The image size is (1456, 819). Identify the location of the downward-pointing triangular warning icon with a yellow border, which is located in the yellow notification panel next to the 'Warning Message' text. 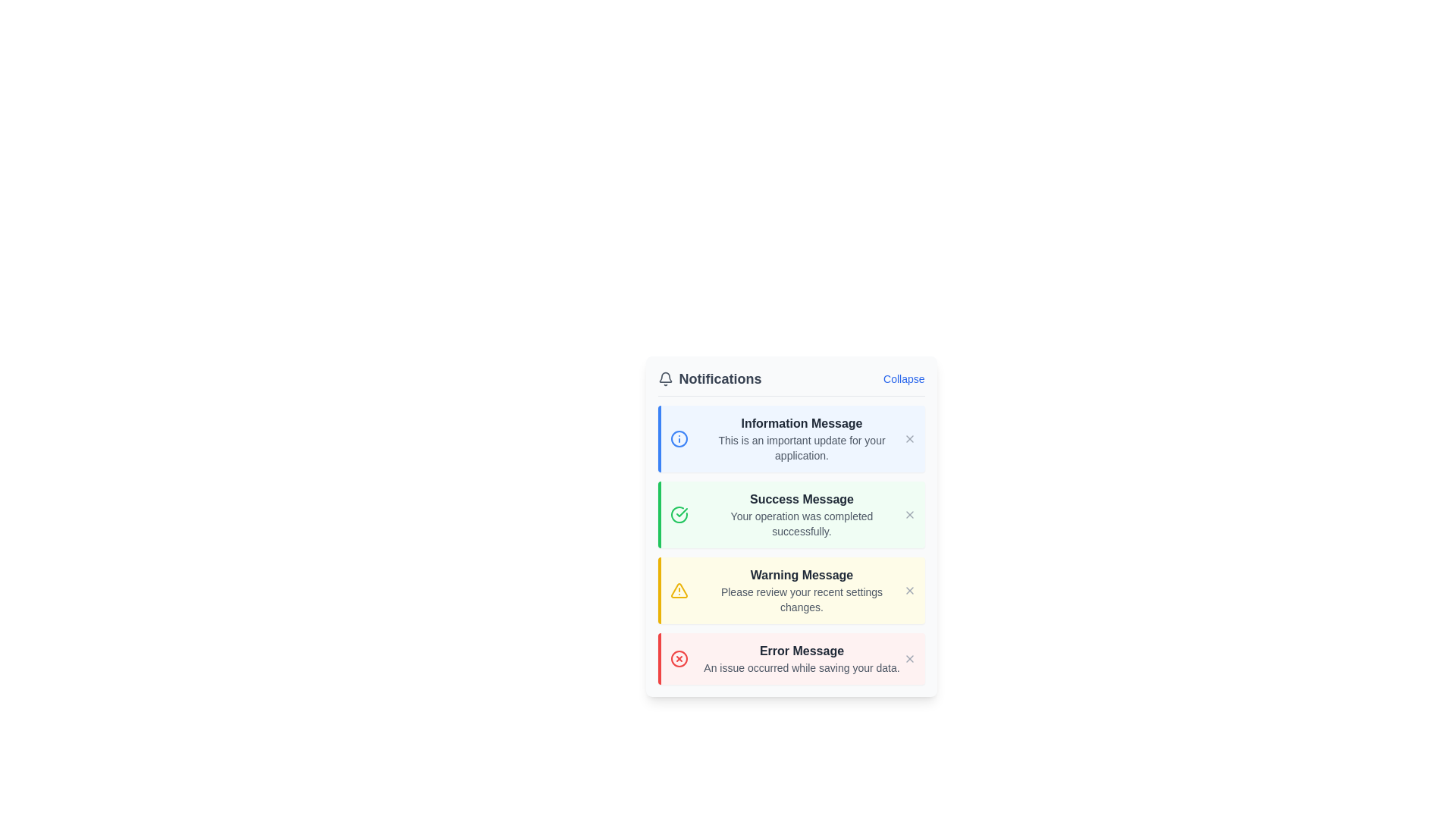
(678, 590).